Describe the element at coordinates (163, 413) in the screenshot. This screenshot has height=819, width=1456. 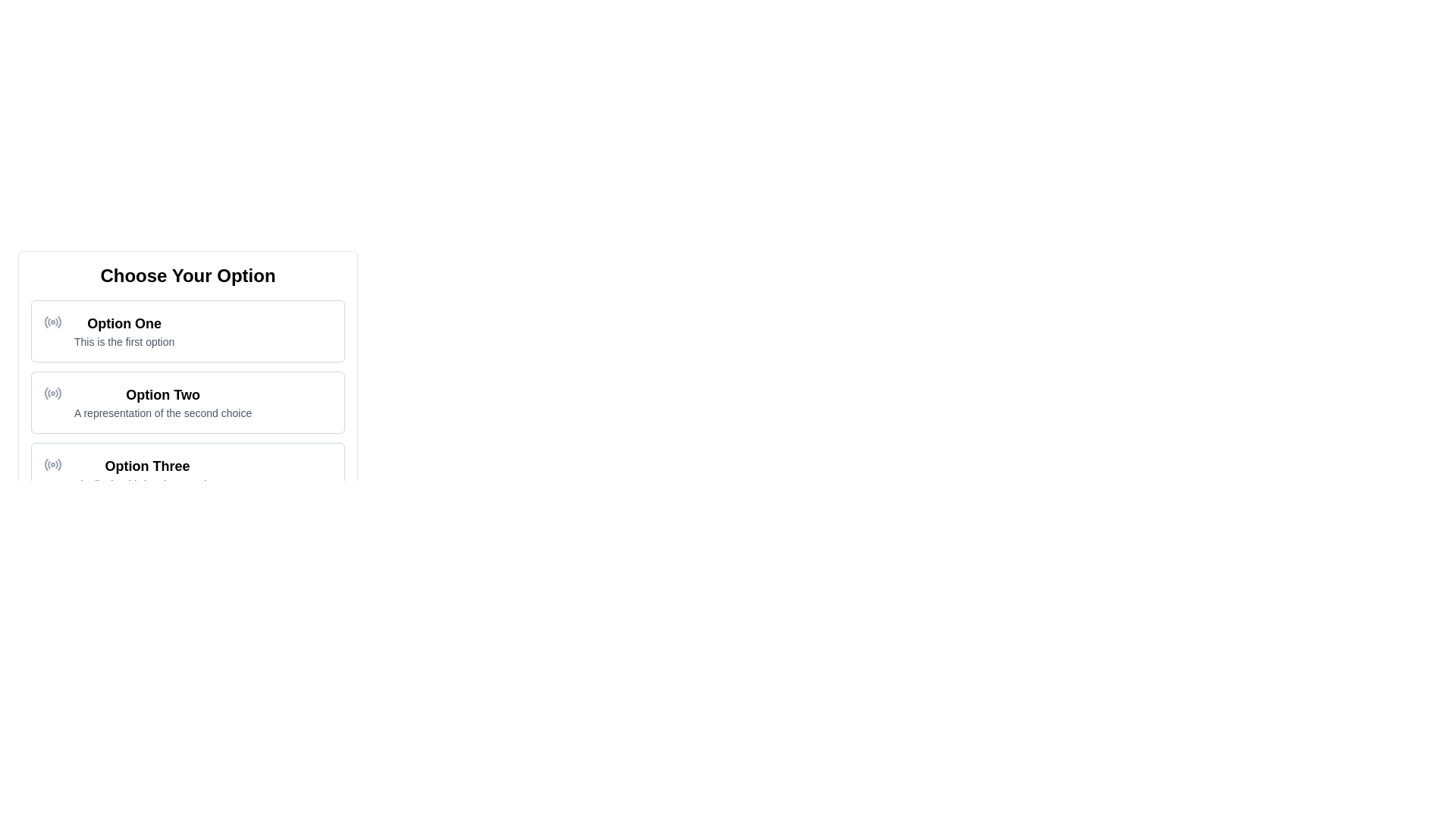
I see `the descriptive text label for 'Option Two', located beneath the 'Option Two' heading in the vertically arranged list of options` at that location.